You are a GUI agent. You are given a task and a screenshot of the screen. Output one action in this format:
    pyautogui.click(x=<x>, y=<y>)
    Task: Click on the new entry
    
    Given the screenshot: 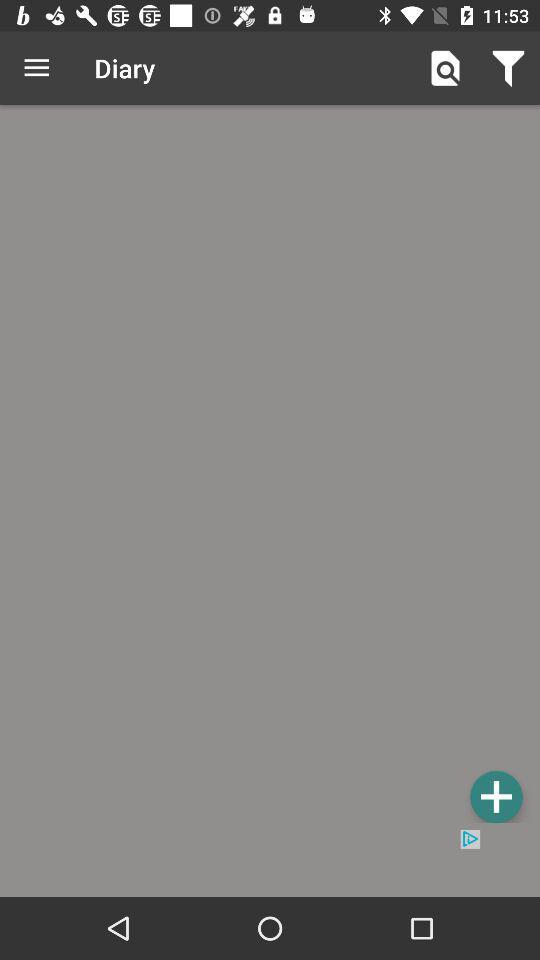 What is the action you would take?
    pyautogui.click(x=495, y=796)
    